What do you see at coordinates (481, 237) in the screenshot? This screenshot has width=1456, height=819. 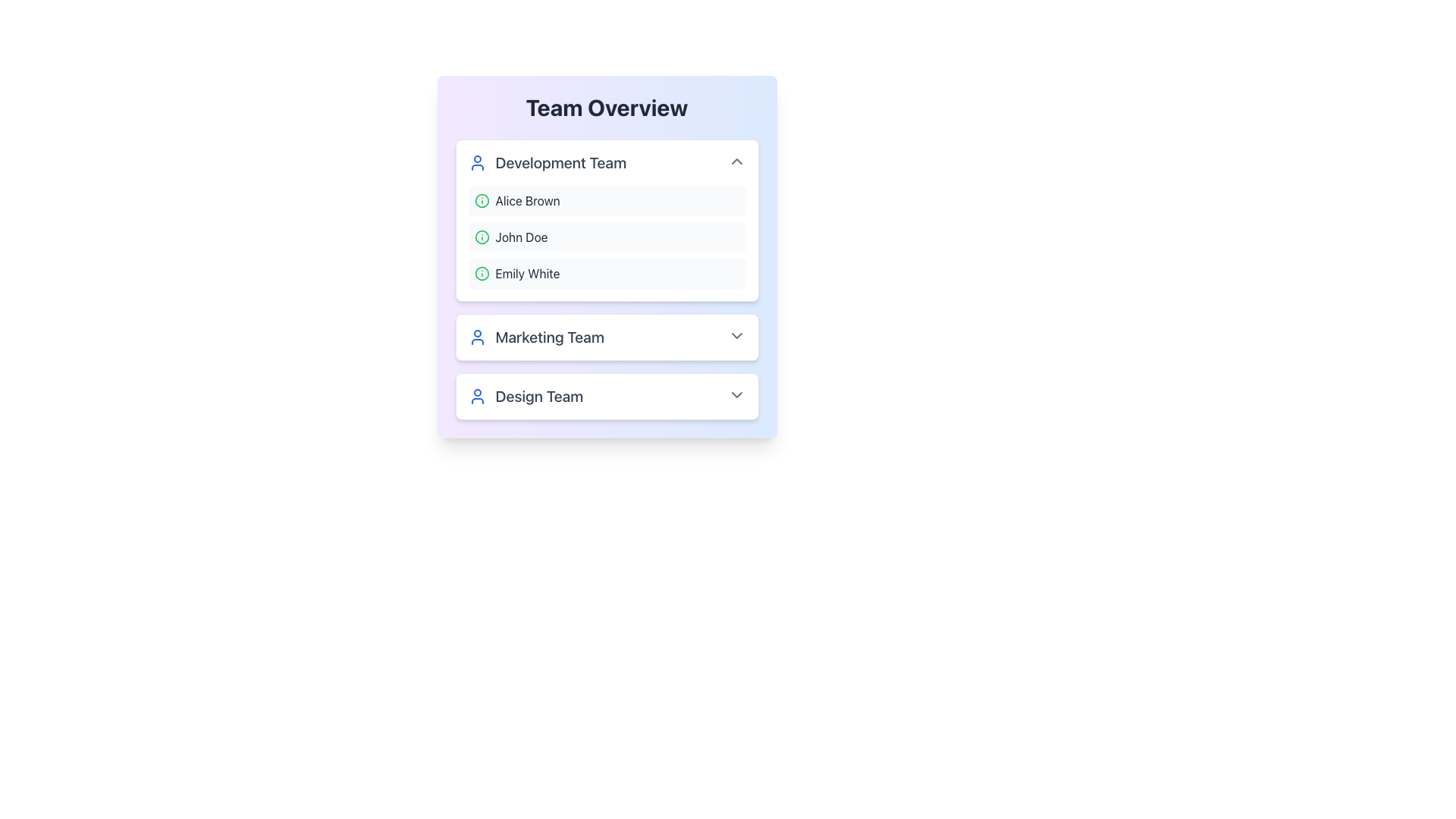 I see `the circular icon with a green stroke representing 'John Doe'` at bounding box center [481, 237].